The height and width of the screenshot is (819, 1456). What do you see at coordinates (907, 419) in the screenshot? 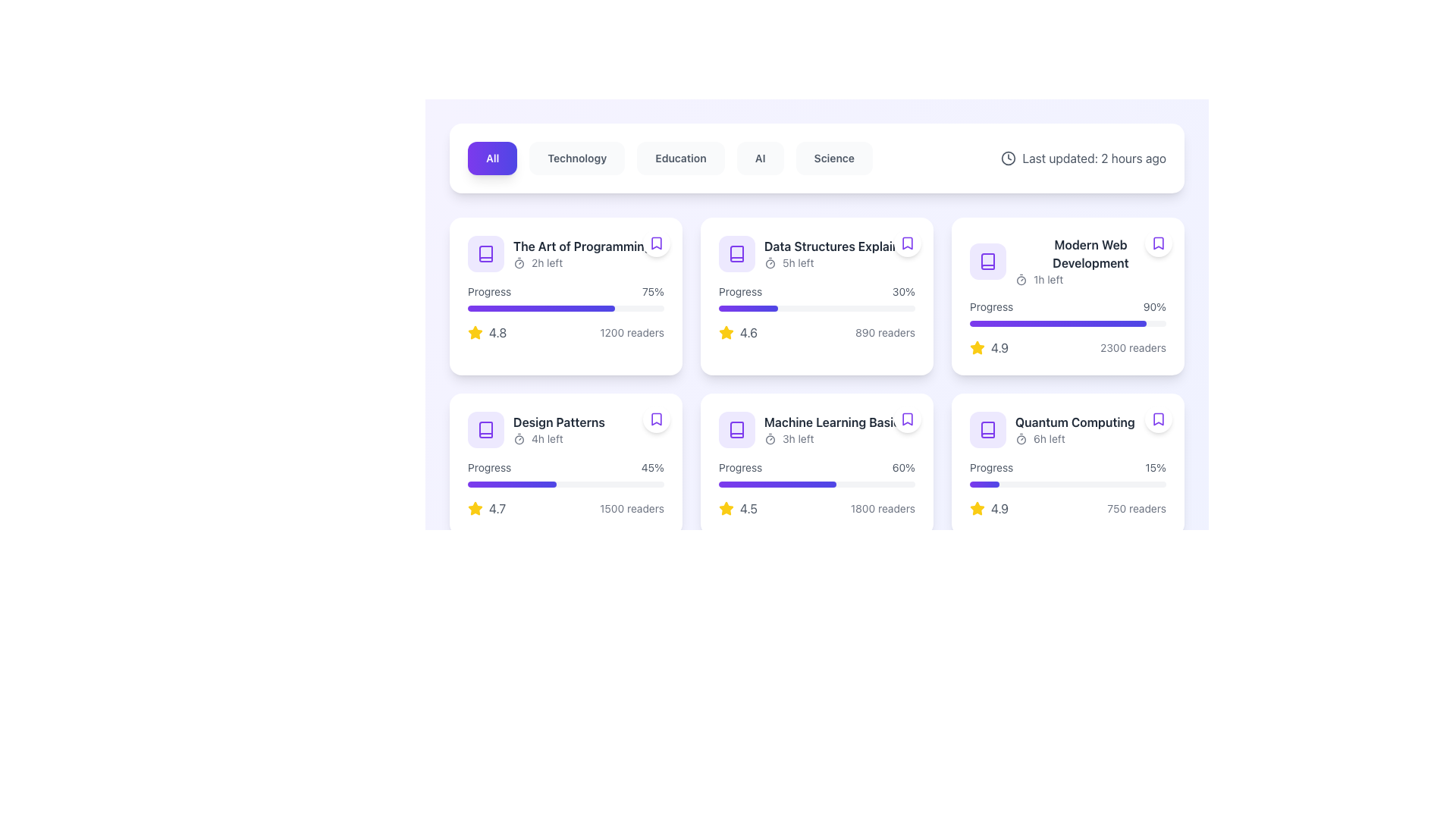
I see `the bookmark icon with a purple outline located at the top-right corner of the 'Machine Learning Basics' card` at bounding box center [907, 419].